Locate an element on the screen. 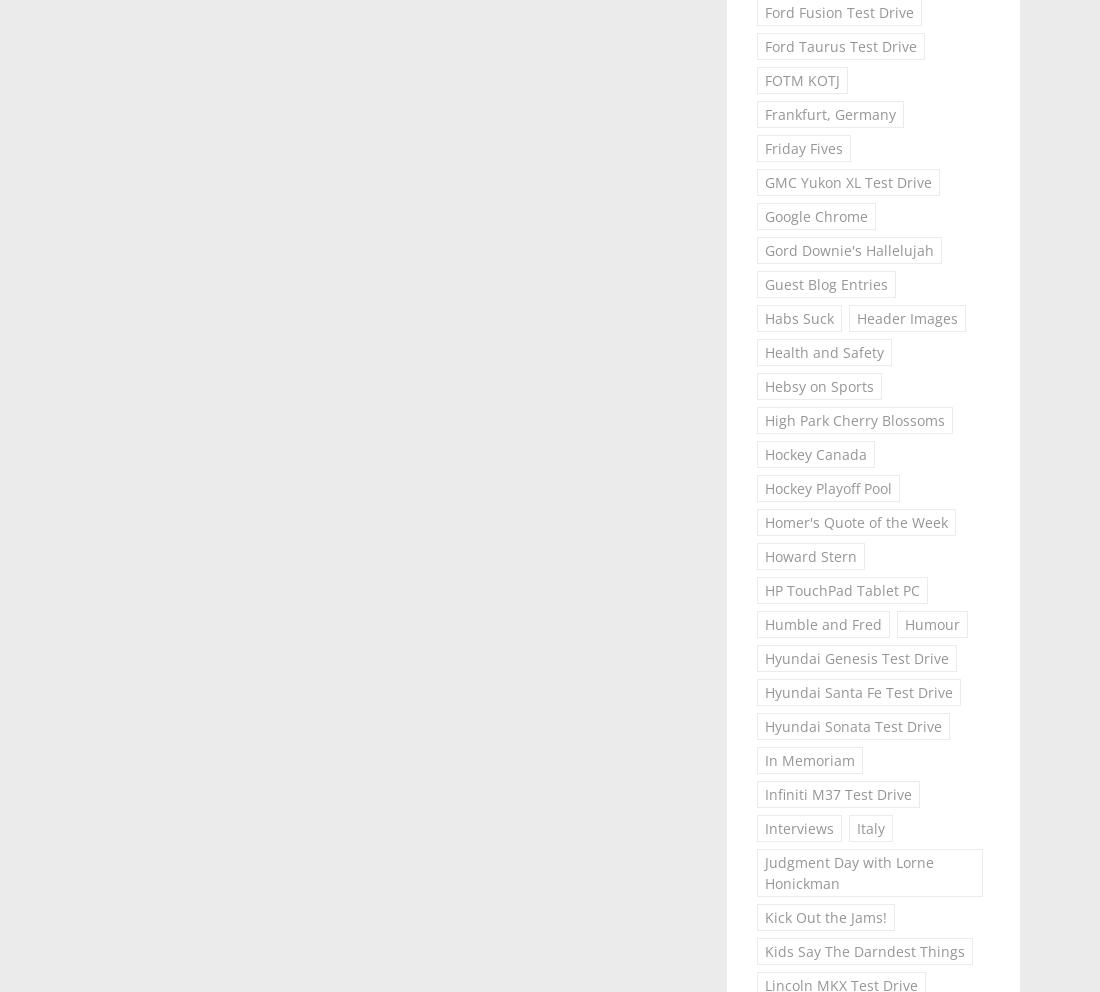 This screenshot has width=1100, height=992. 'Infiniti M37 Test Drive' is located at coordinates (836, 794).